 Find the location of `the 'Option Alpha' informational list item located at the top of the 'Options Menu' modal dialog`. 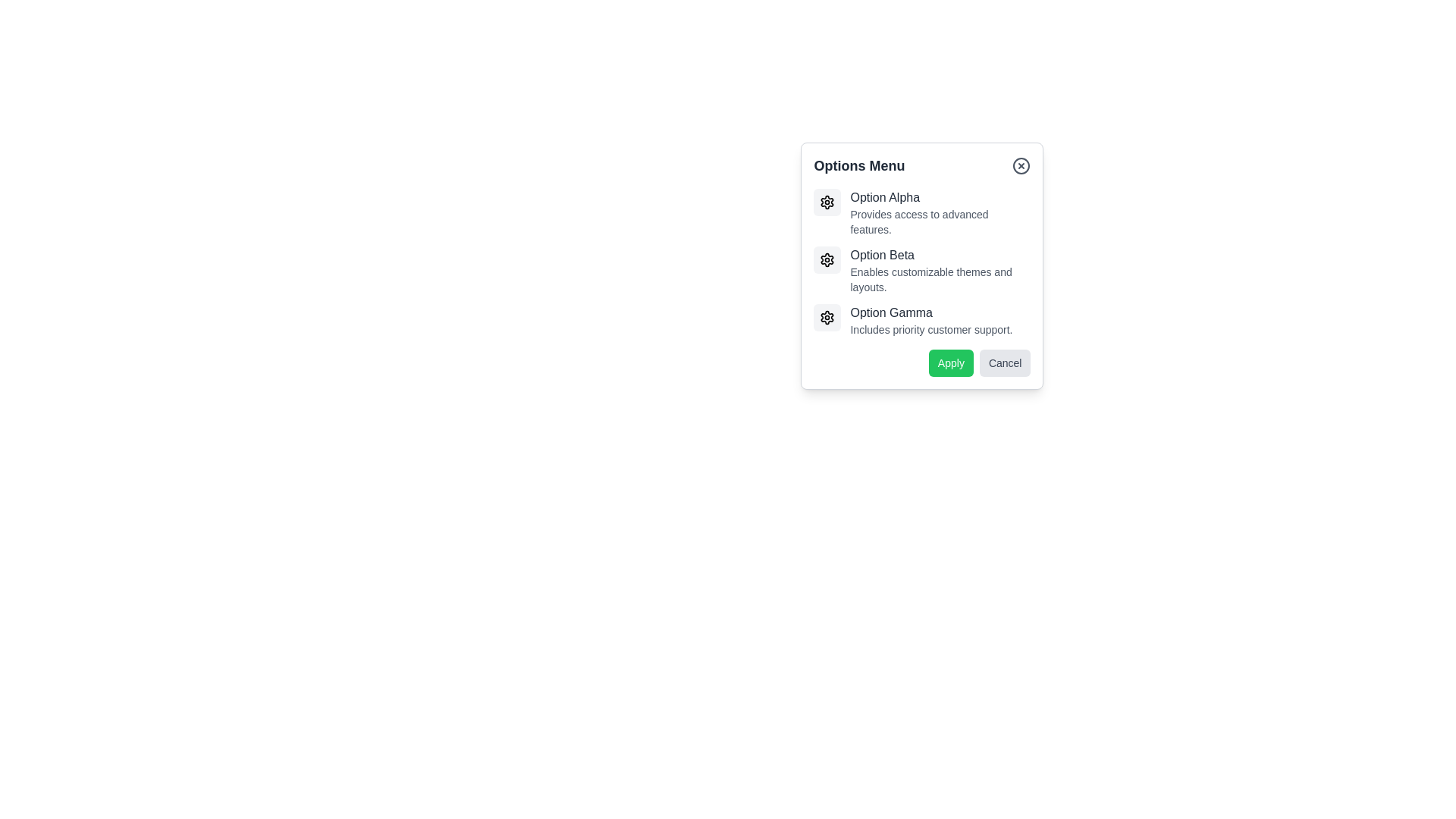

the 'Option Alpha' informational list item located at the top of the 'Options Menu' modal dialog is located at coordinates (921, 213).